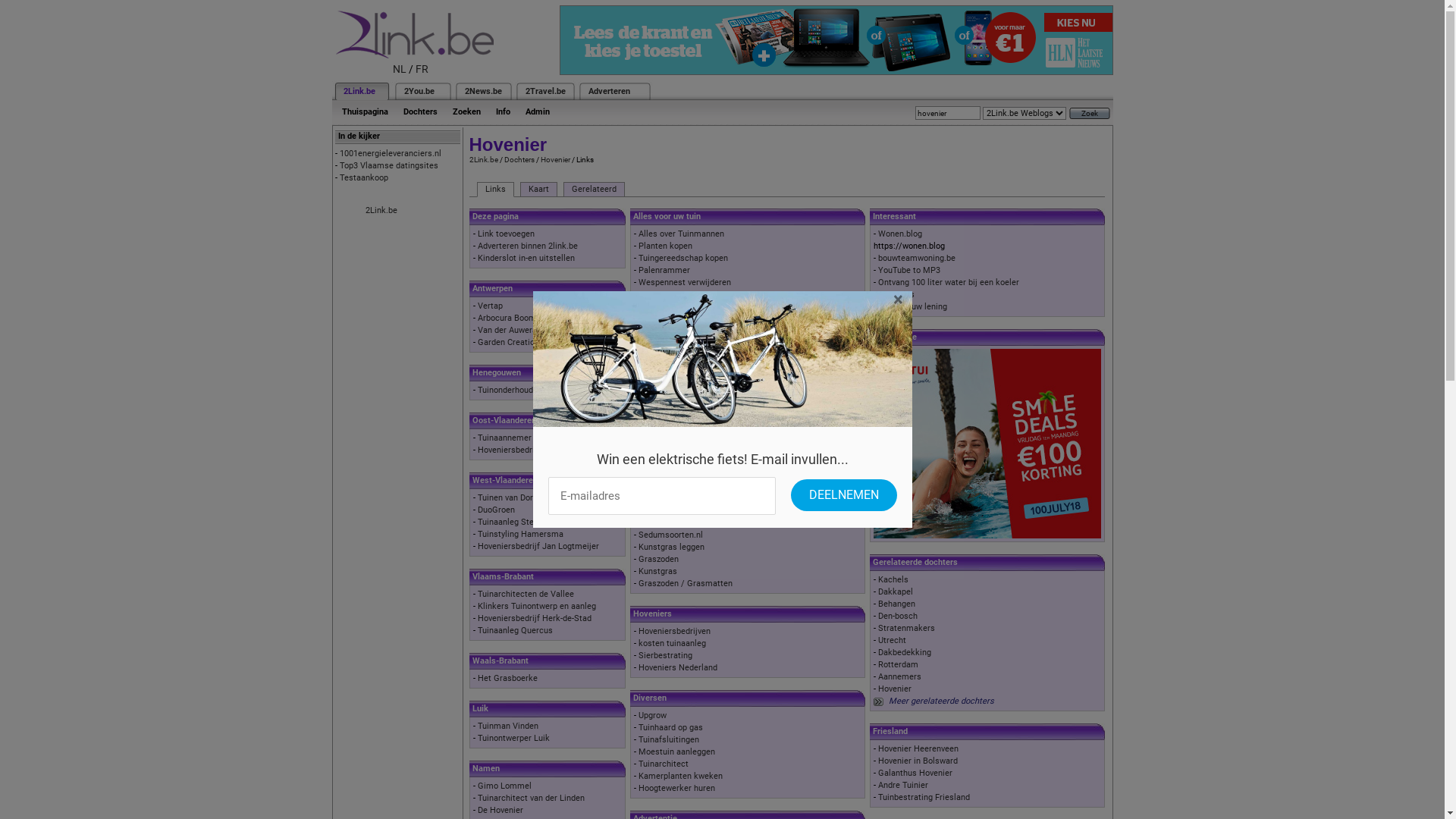  What do you see at coordinates (503, 111) in the screenshot?
I see `'Info'` at bounding box center [503, 111].